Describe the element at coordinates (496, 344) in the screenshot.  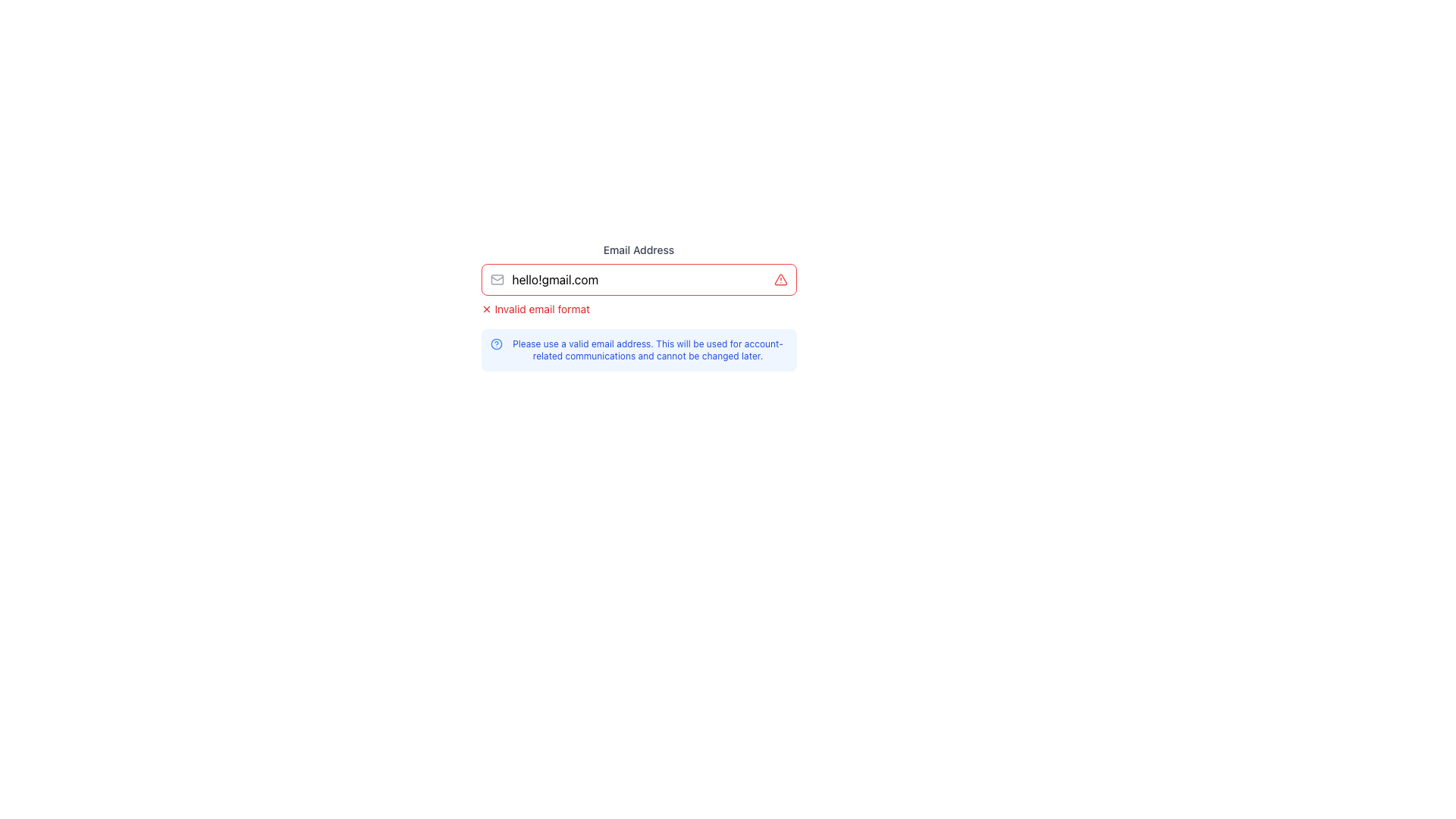
I see `the circular icon with a blue outline and a question mark symbol, located to the left of the message box stating 'Please use a valid email address.'` at that location.